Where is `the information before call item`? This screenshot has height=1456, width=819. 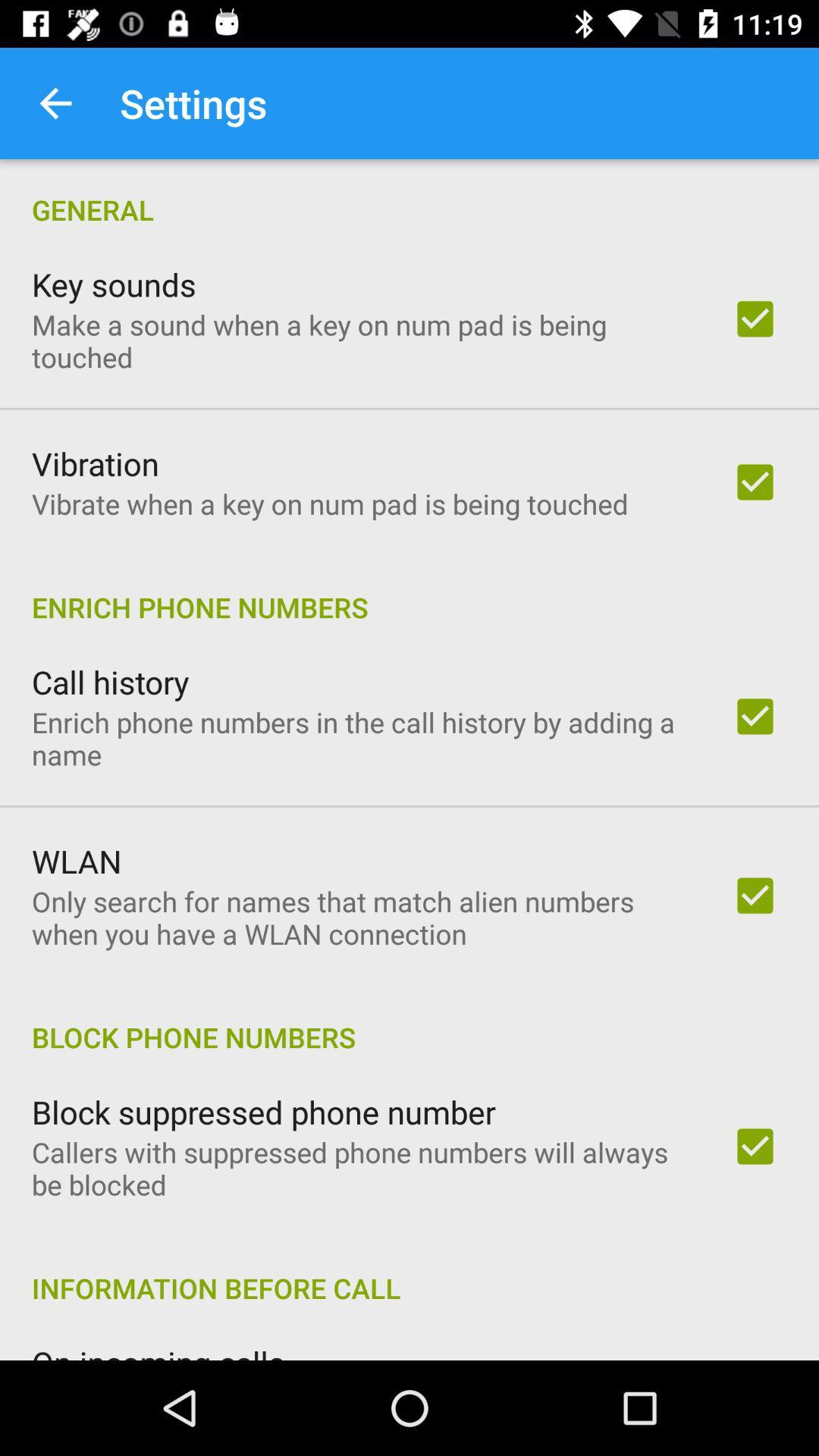 the information before call item is located at coordinates (409, 1272).